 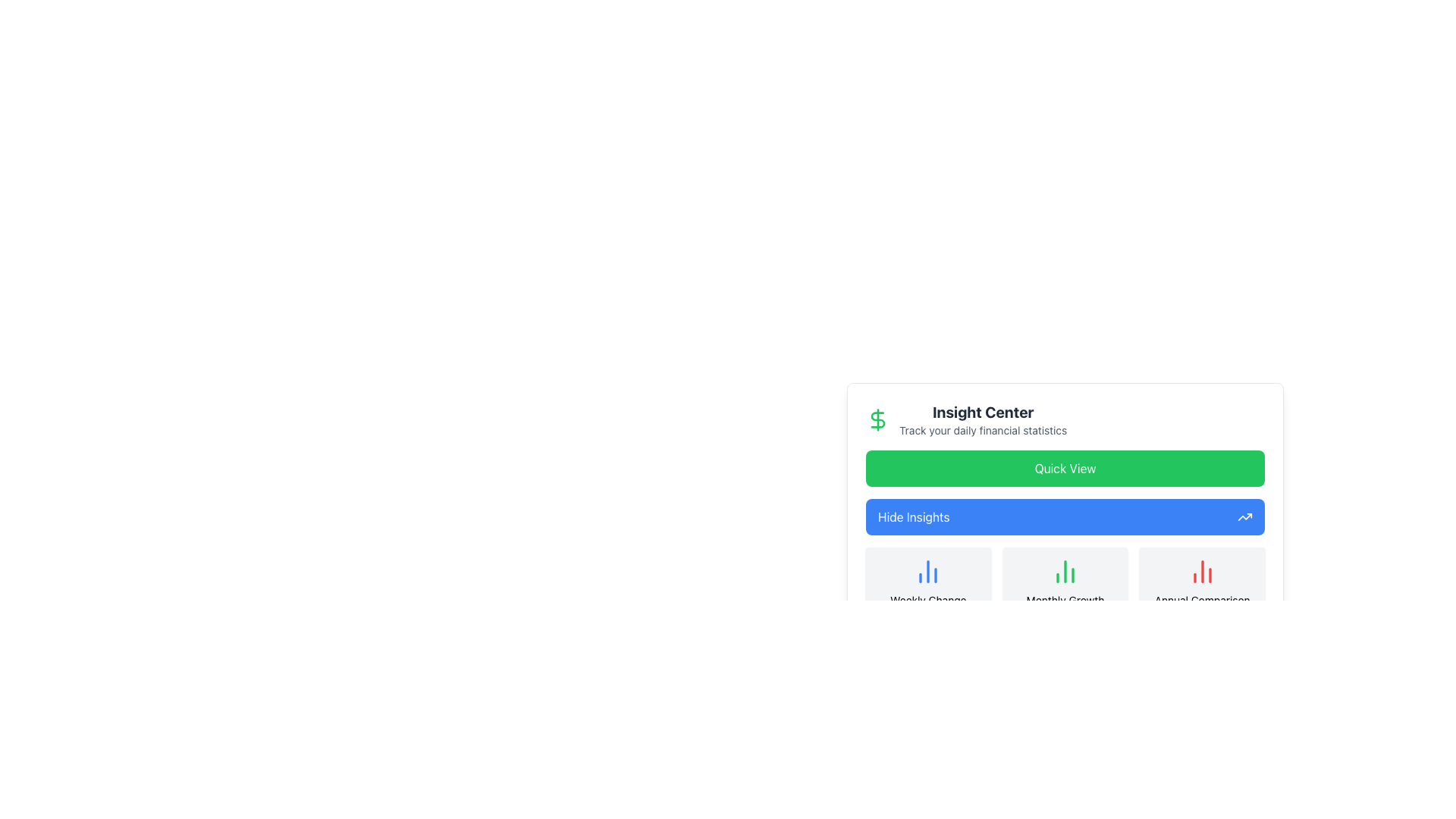 I want to click on the static text element that provides supplementary information regarding the 'Insight Center' feature, located immediately below the 'Insight Center' title, so click(x=983, y=430).